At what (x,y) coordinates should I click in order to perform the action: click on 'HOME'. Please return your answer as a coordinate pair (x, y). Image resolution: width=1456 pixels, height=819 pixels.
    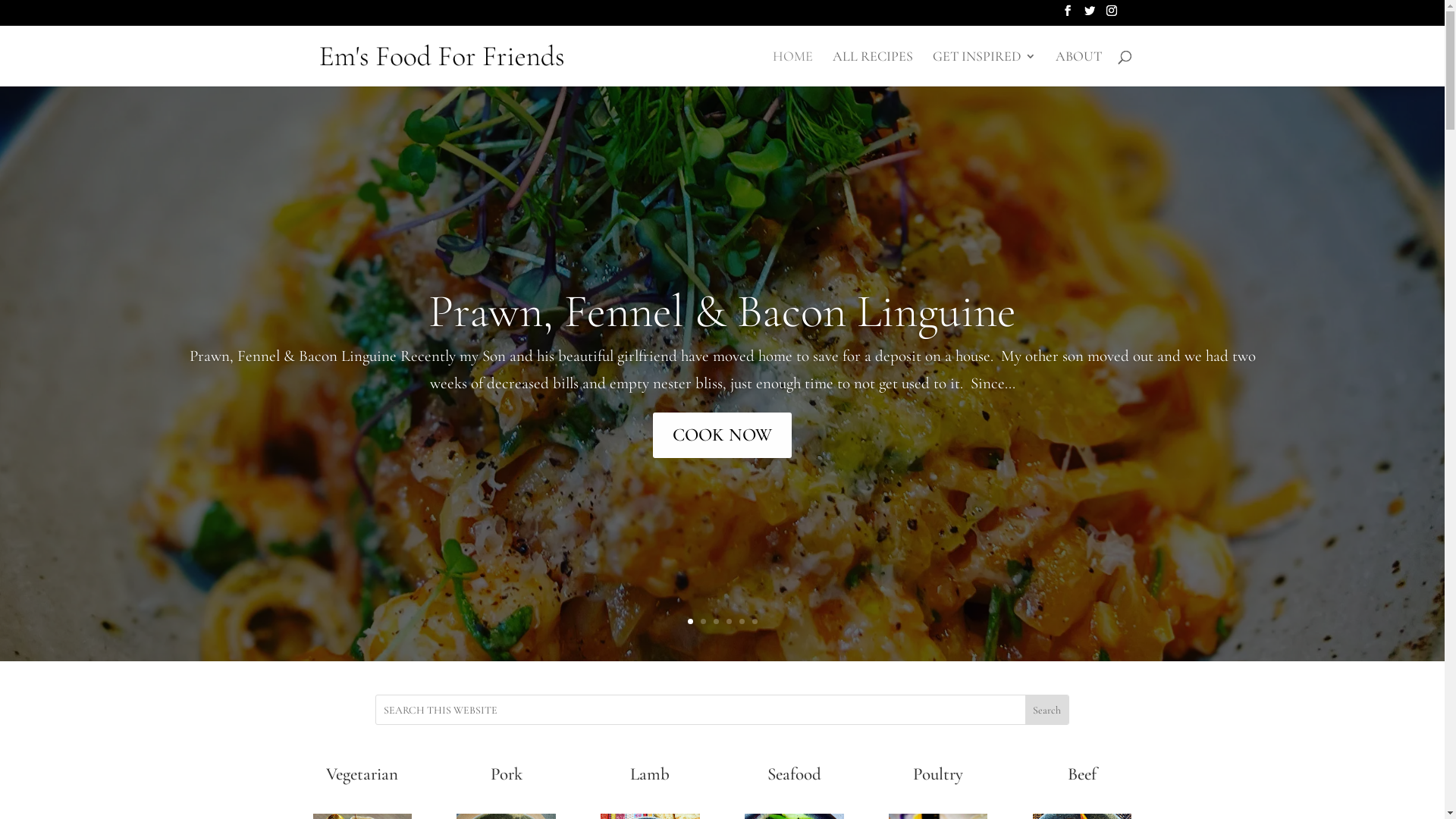
    Looking at the image, I should click on (771, 67).